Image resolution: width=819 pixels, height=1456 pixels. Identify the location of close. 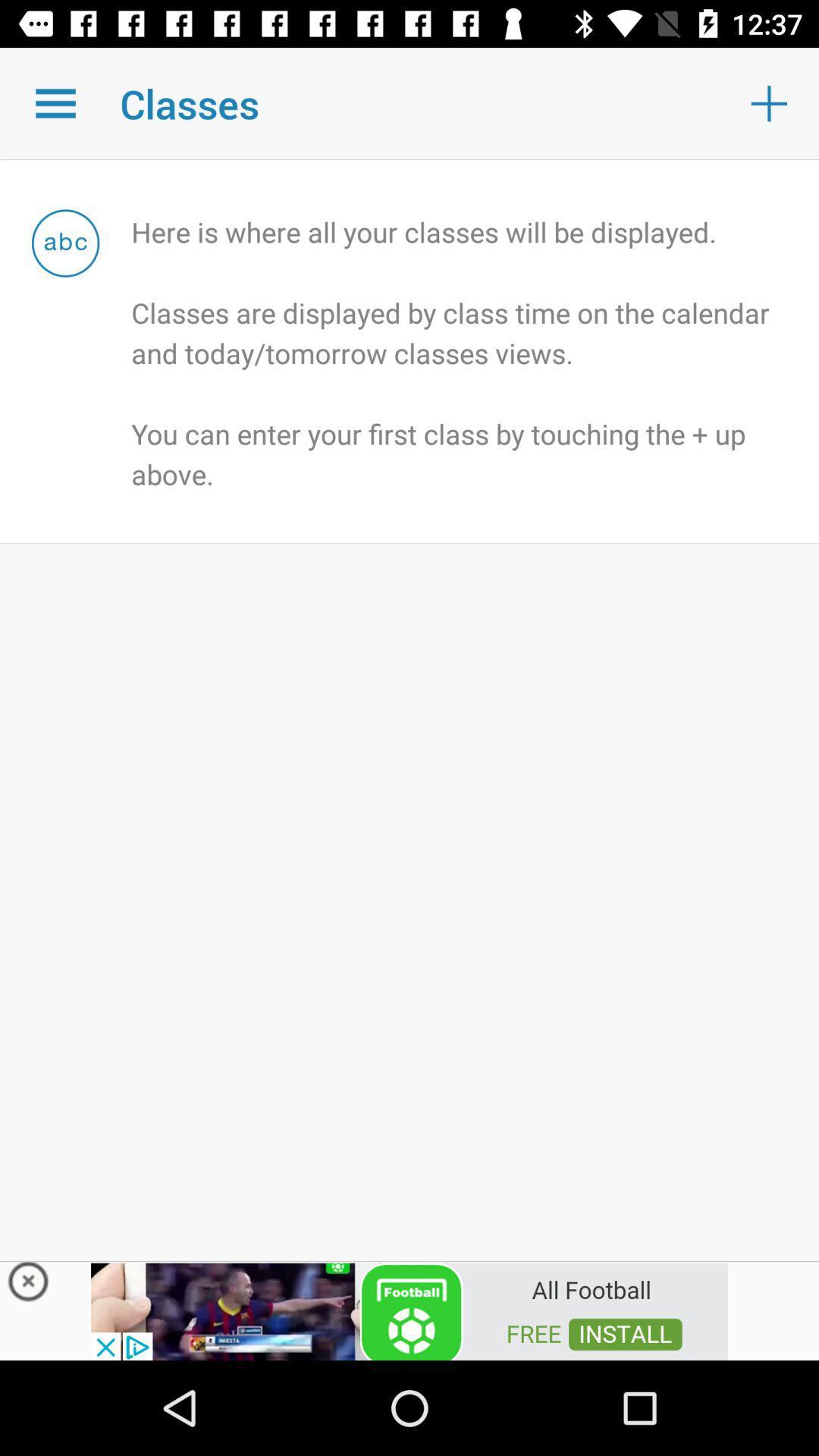
(28, 1285).